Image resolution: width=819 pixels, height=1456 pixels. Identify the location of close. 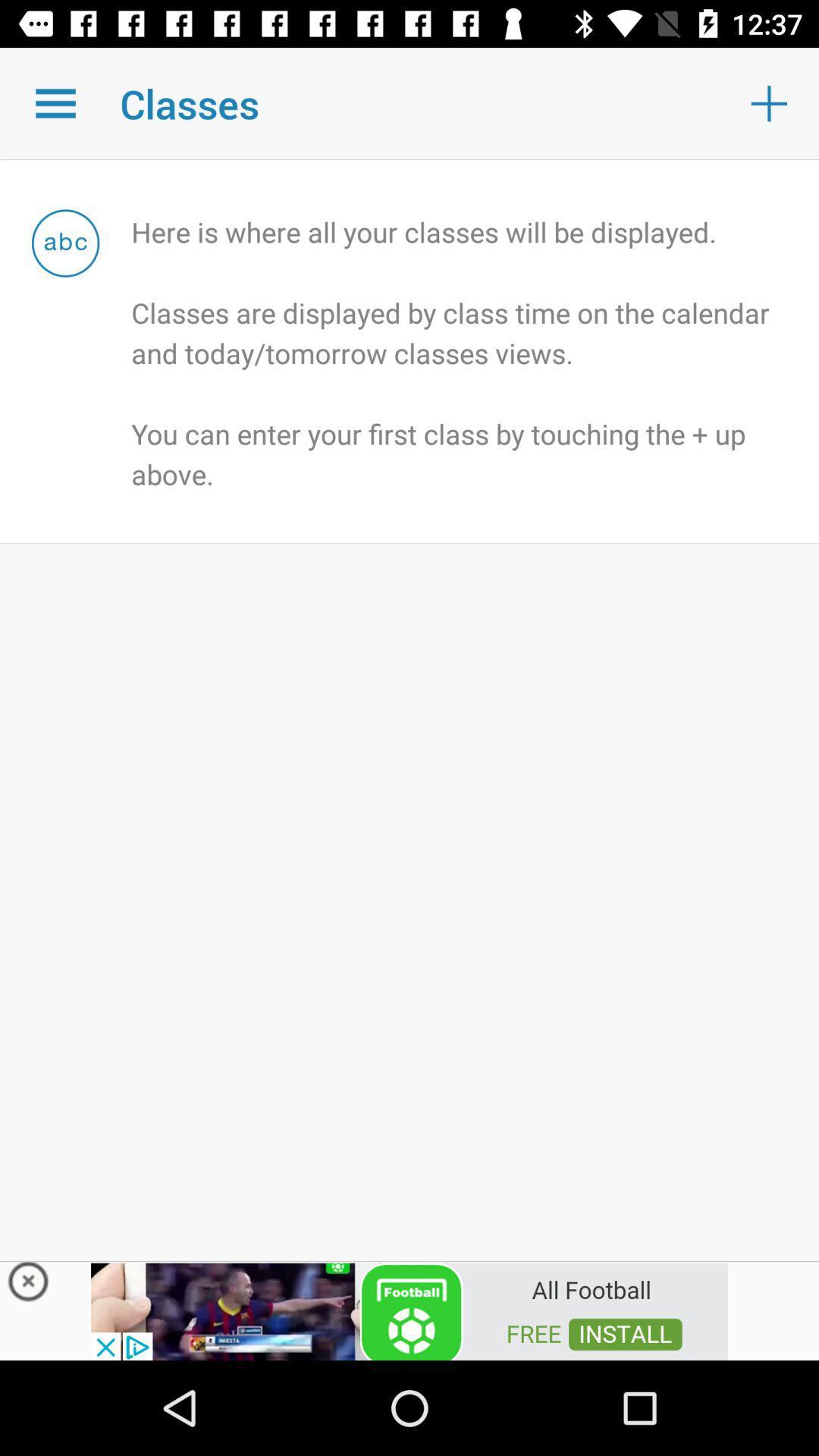
(28, 1285).